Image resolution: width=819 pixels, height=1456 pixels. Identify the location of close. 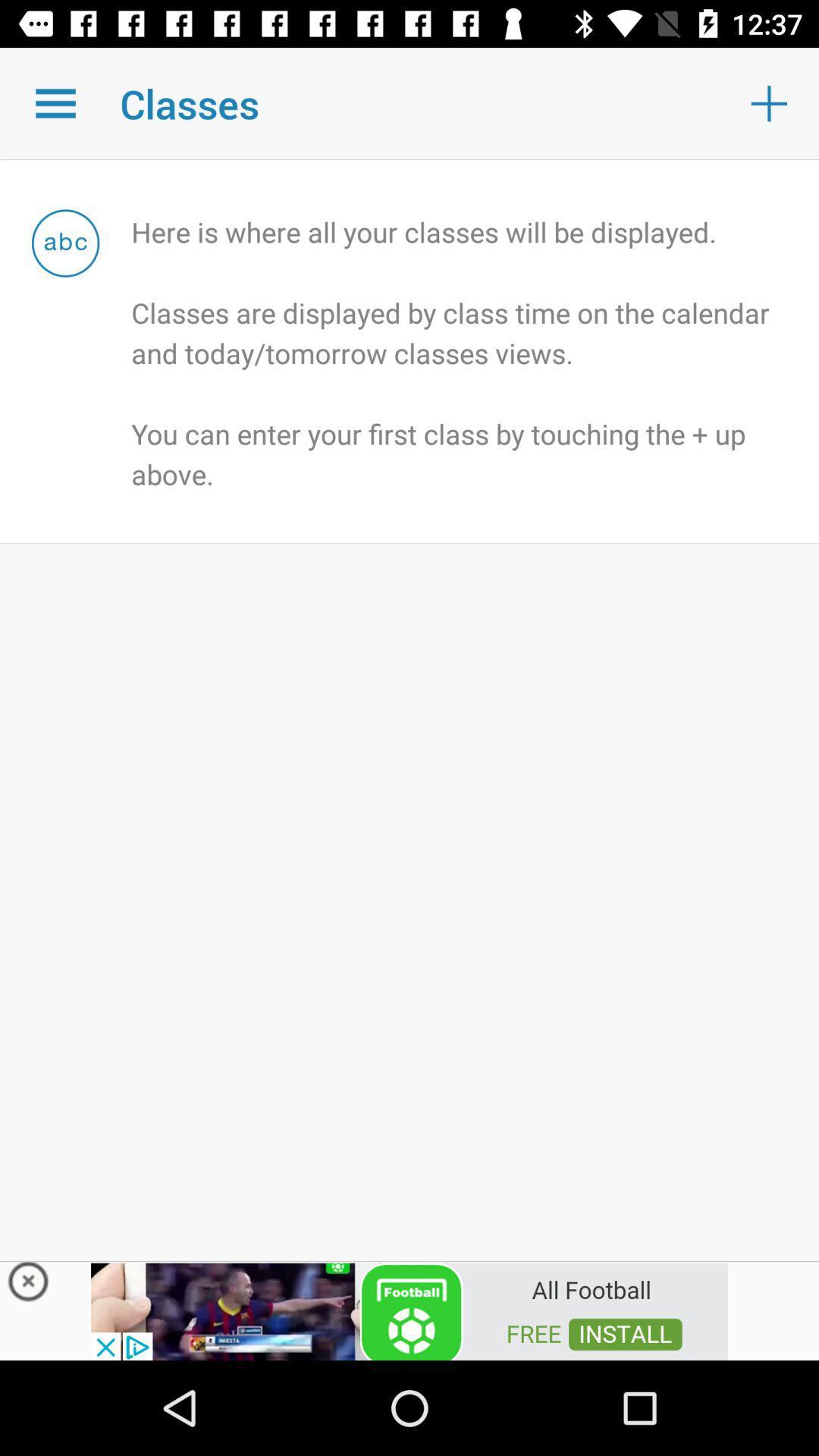
(28, 1285).